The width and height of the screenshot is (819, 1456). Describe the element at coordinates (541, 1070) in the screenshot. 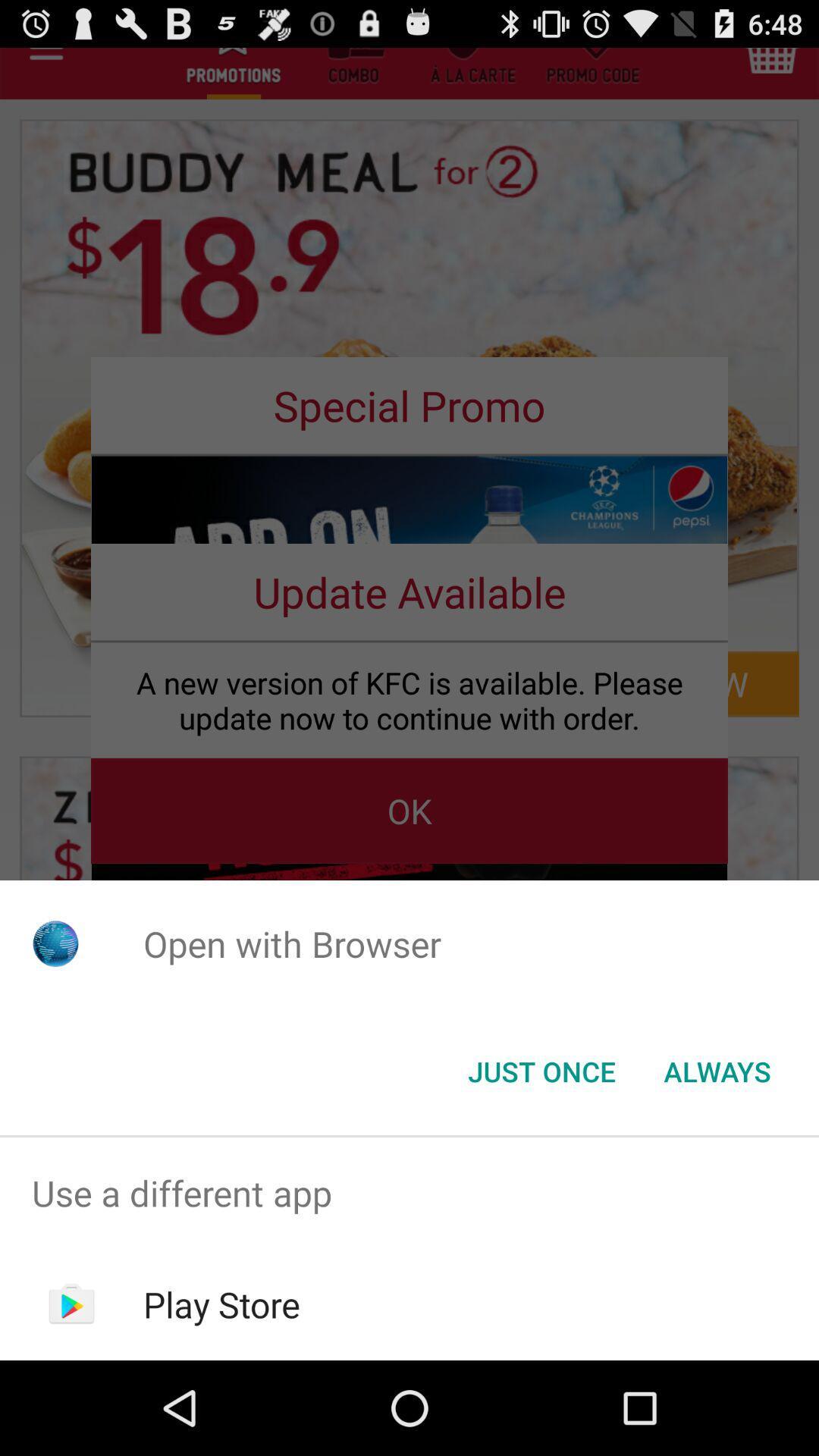

I see `the just once` at that location.